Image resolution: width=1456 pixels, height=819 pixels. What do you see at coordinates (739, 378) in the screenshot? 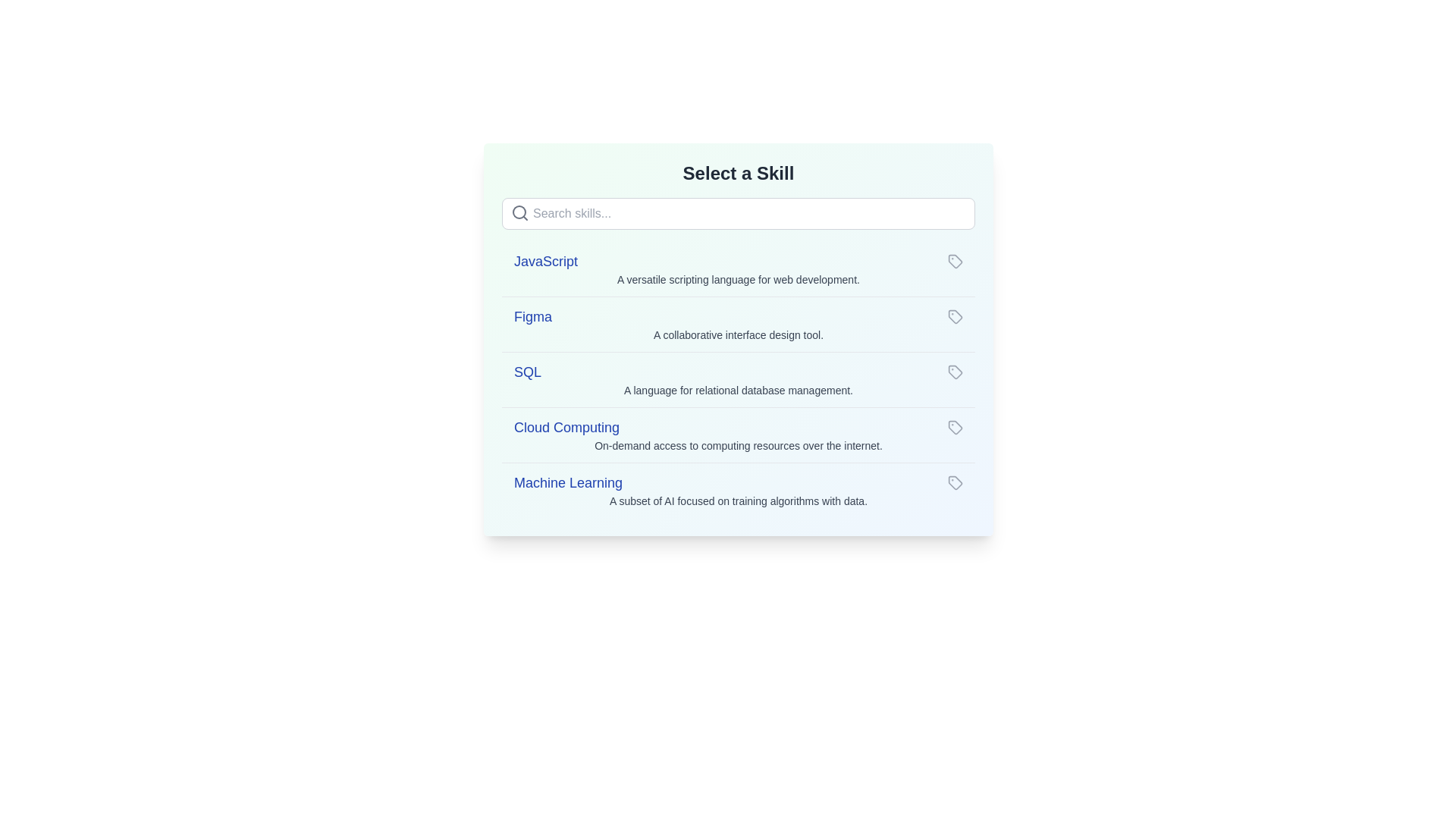
I see `the list item titled 'SQL' which is styled in bold, blue font and features a description in gray font` at bounding box center [739, 378].